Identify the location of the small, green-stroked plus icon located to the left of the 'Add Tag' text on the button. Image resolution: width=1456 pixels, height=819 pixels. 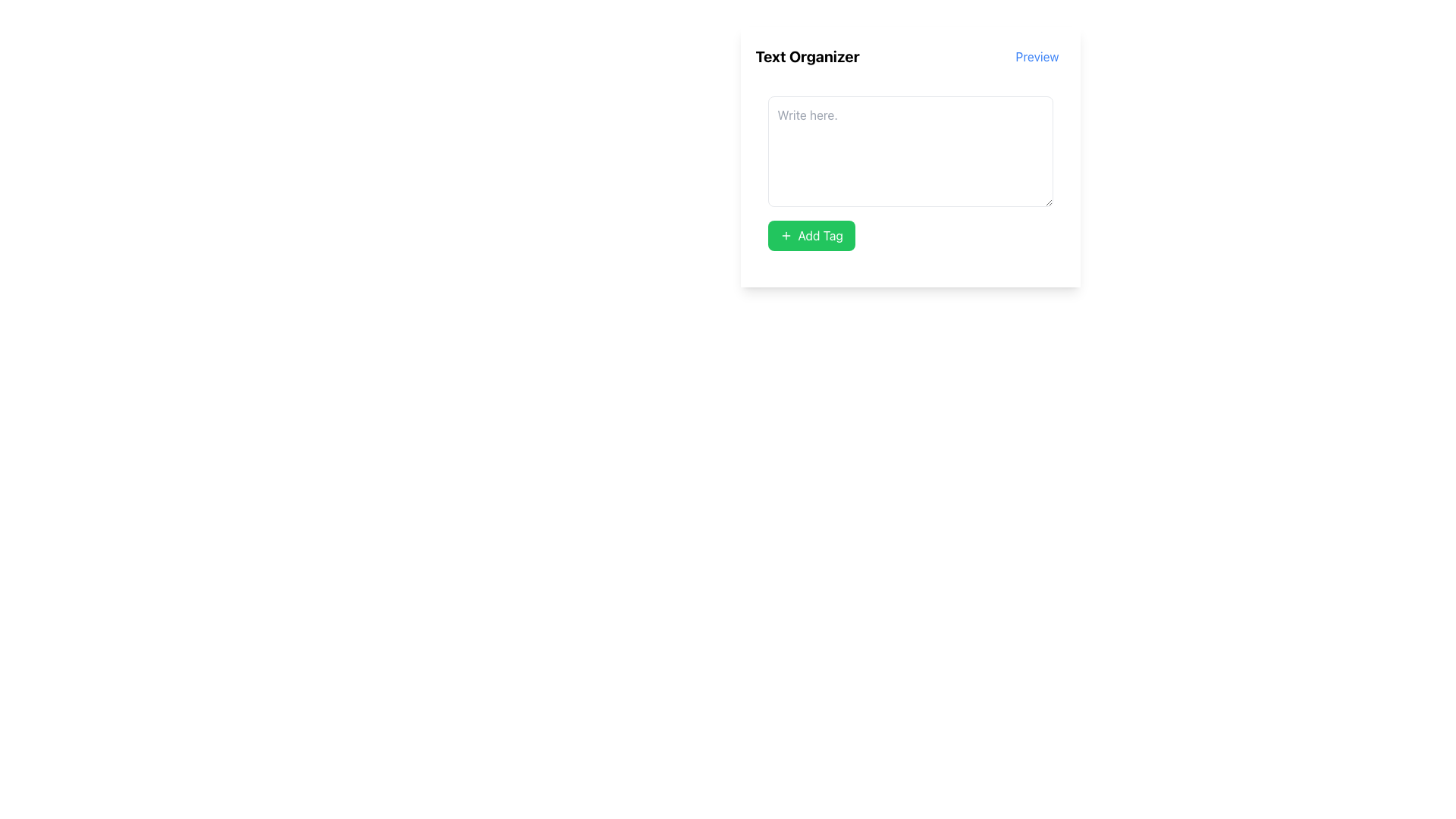
(786, 236).